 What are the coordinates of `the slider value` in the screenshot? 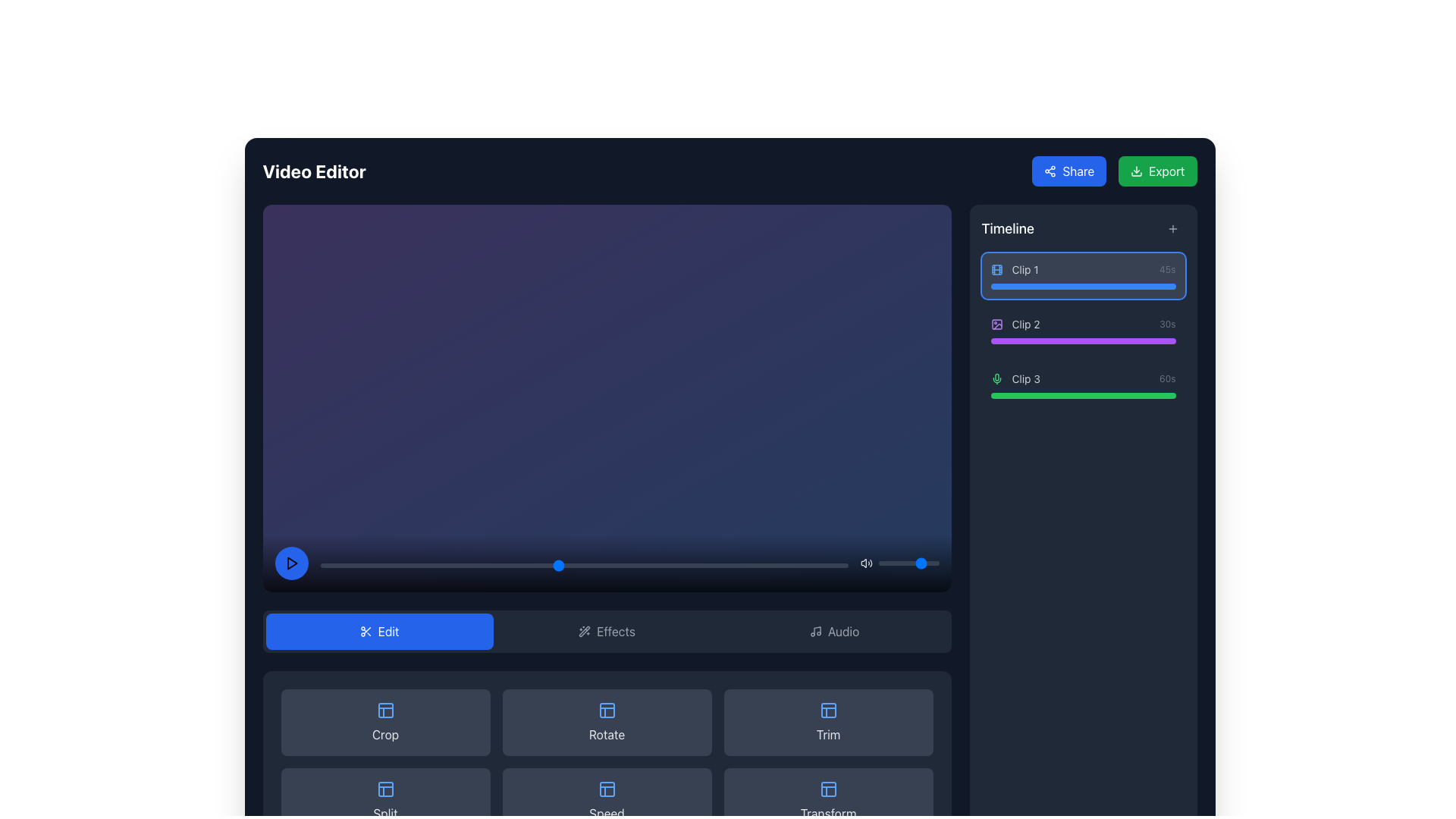 It's located at (922, 563).